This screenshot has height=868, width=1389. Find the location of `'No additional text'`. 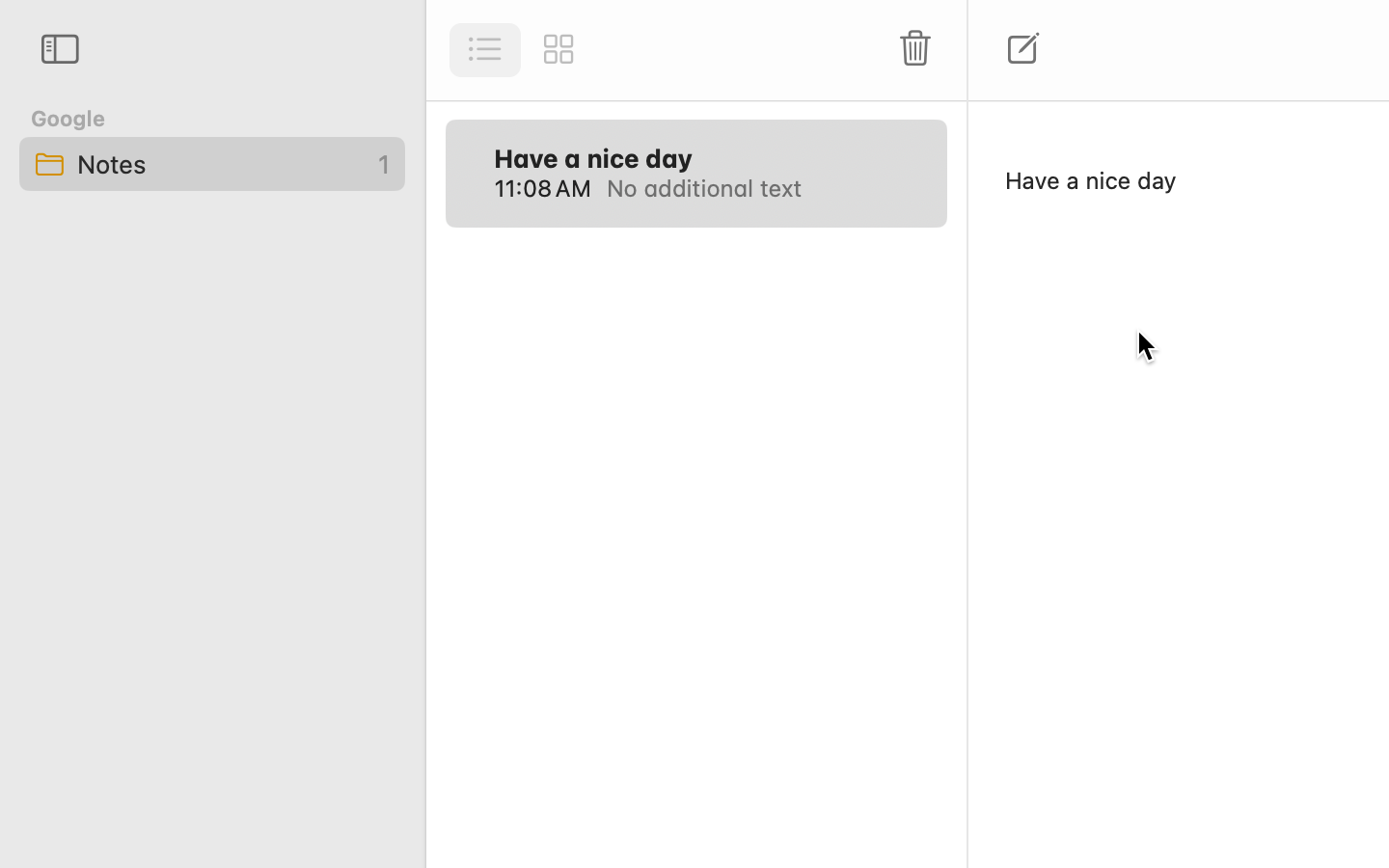

'No additional text' is located at coordinates (754, 188).